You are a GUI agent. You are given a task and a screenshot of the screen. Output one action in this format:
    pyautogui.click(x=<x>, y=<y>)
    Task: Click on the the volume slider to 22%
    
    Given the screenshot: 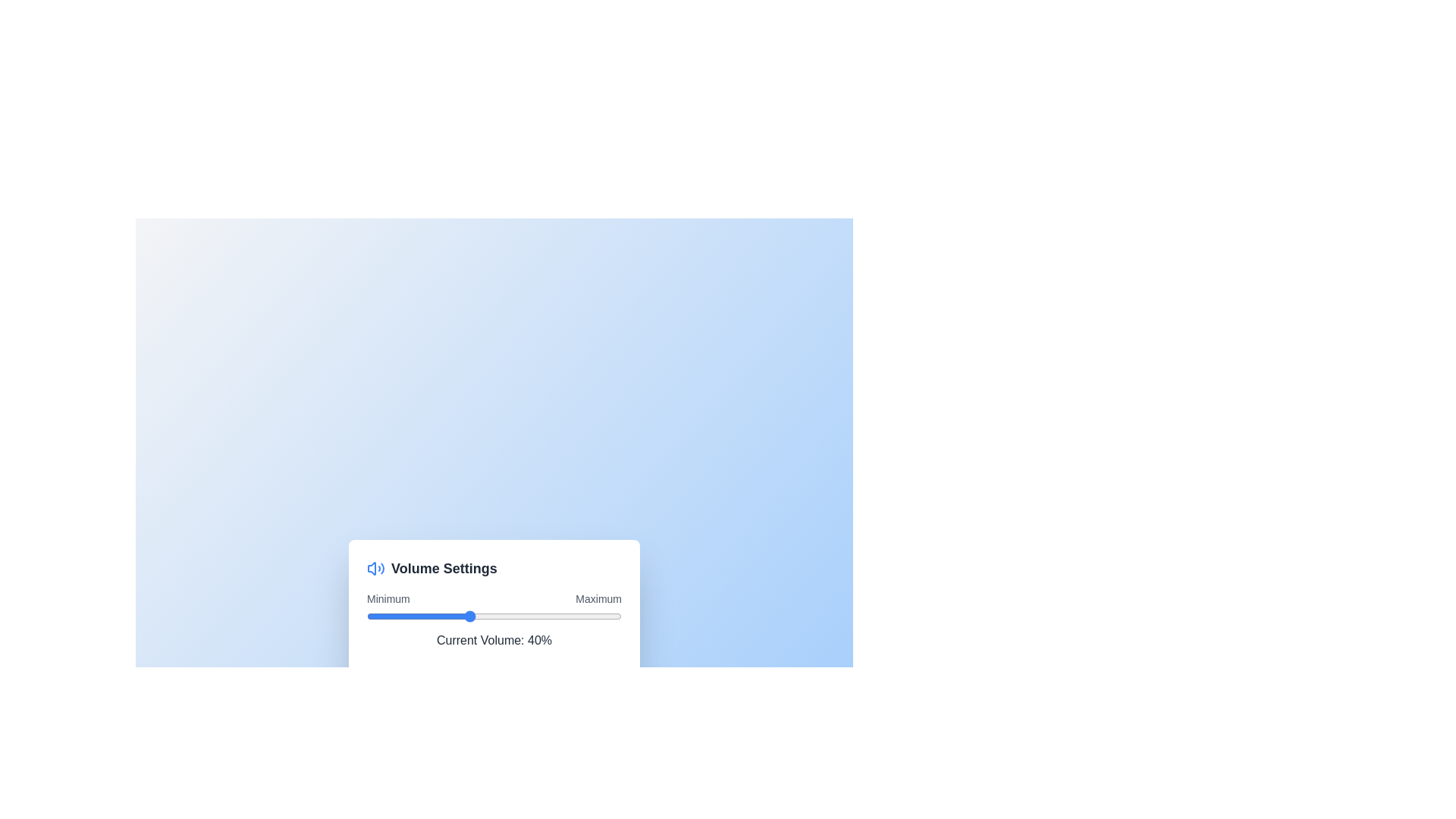 What is the action you would take?
    pyautogui.click(x=422, y=616)
    